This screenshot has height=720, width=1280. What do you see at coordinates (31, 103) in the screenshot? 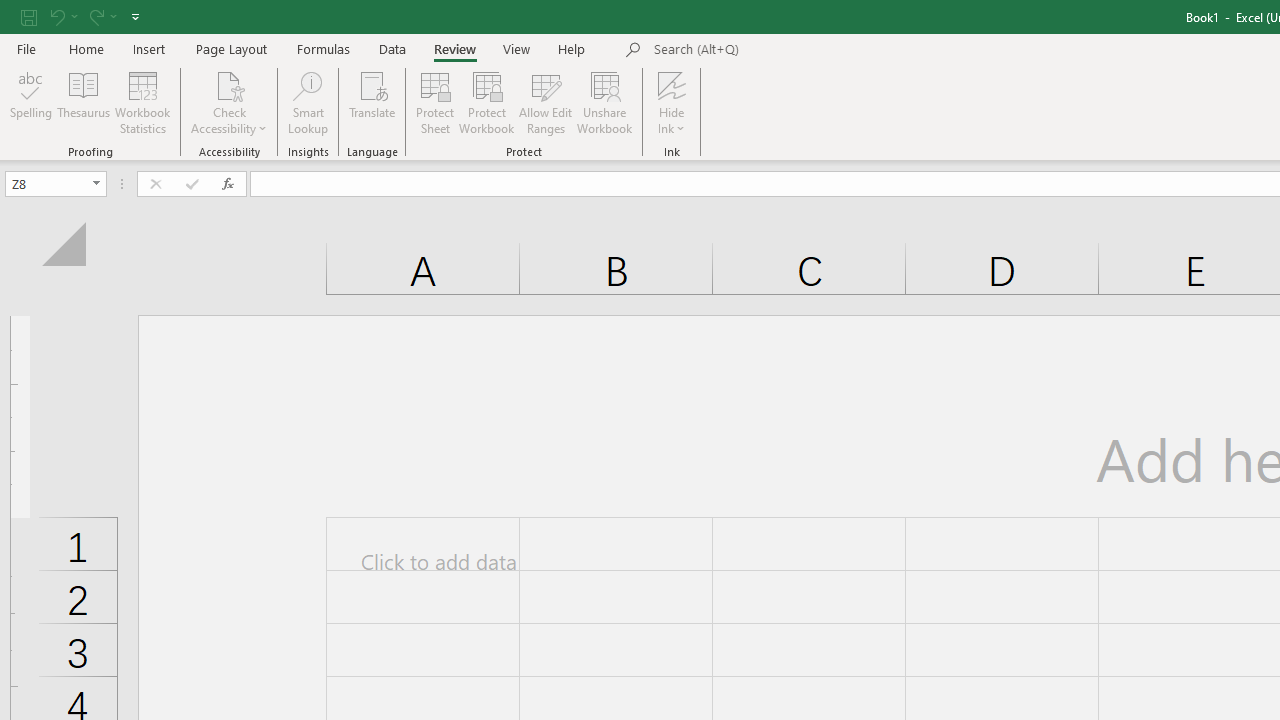
I see `'Spelling...'` at bounding box center [31, 103].